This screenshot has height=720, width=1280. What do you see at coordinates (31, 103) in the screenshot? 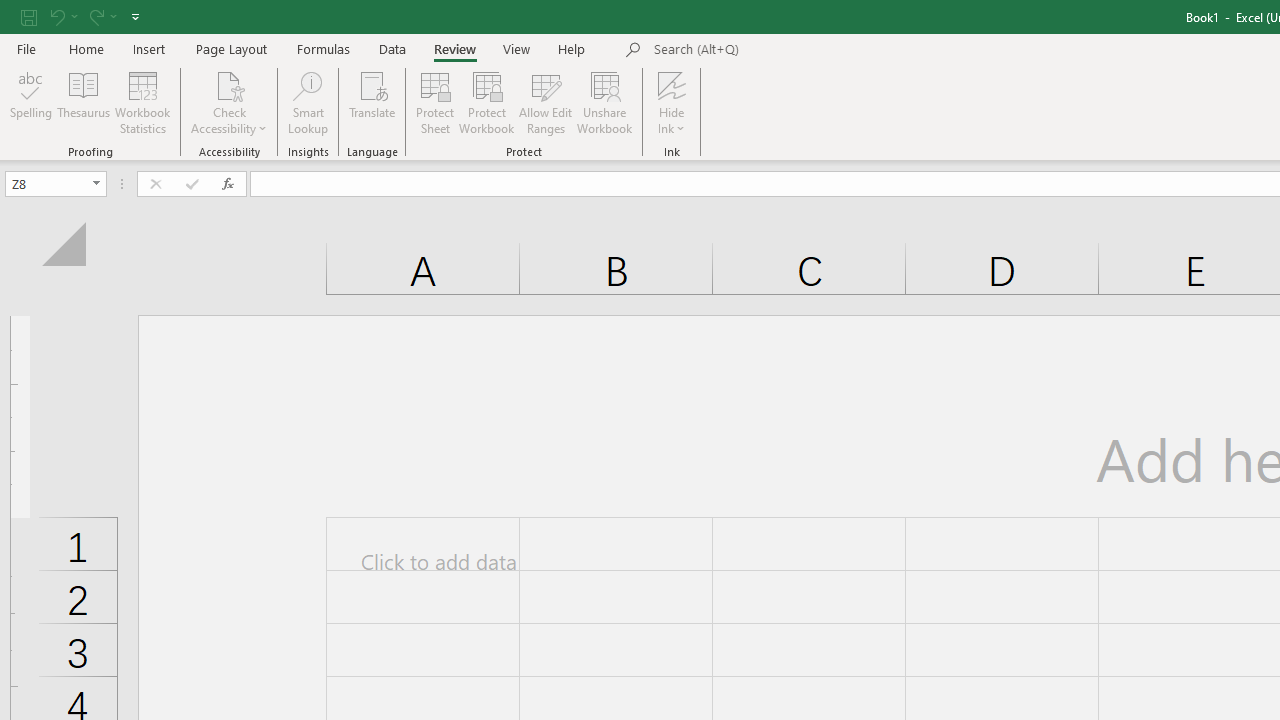
I see `'Spelling...'` at bounding box center [31, 103].